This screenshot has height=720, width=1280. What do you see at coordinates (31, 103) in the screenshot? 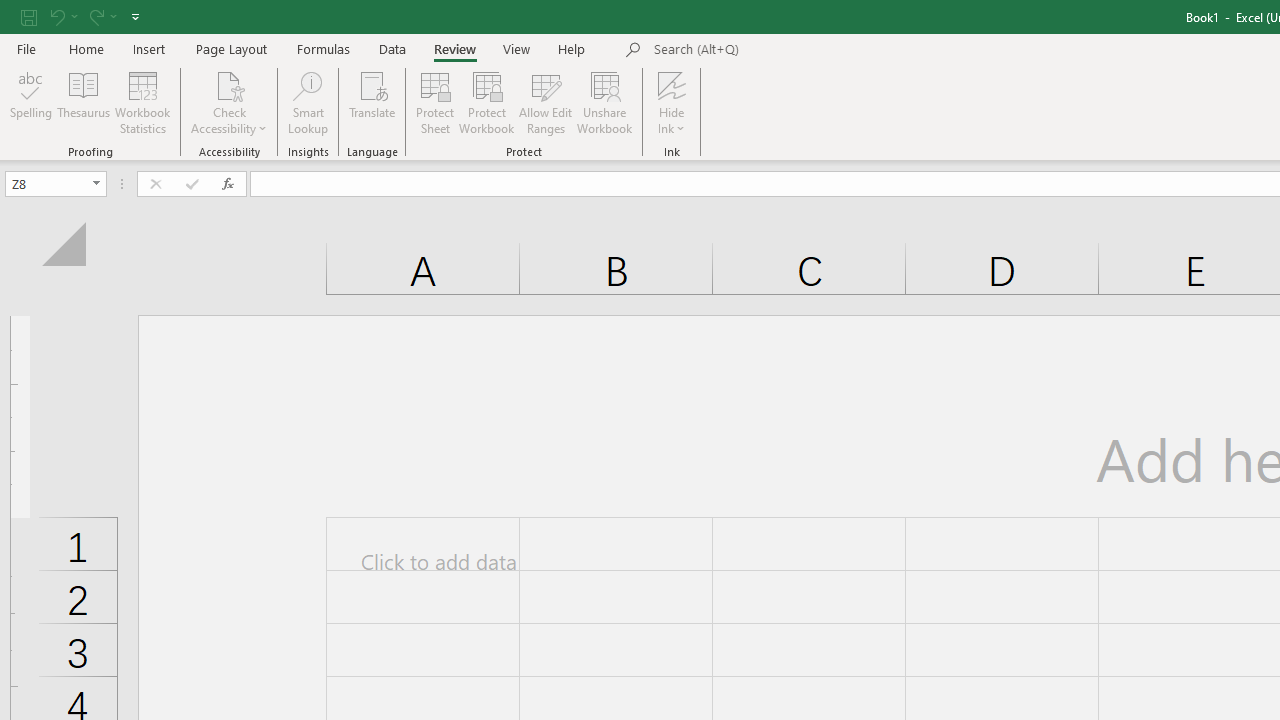
I see `'Spelling...'` at bounding box center [31, 103].